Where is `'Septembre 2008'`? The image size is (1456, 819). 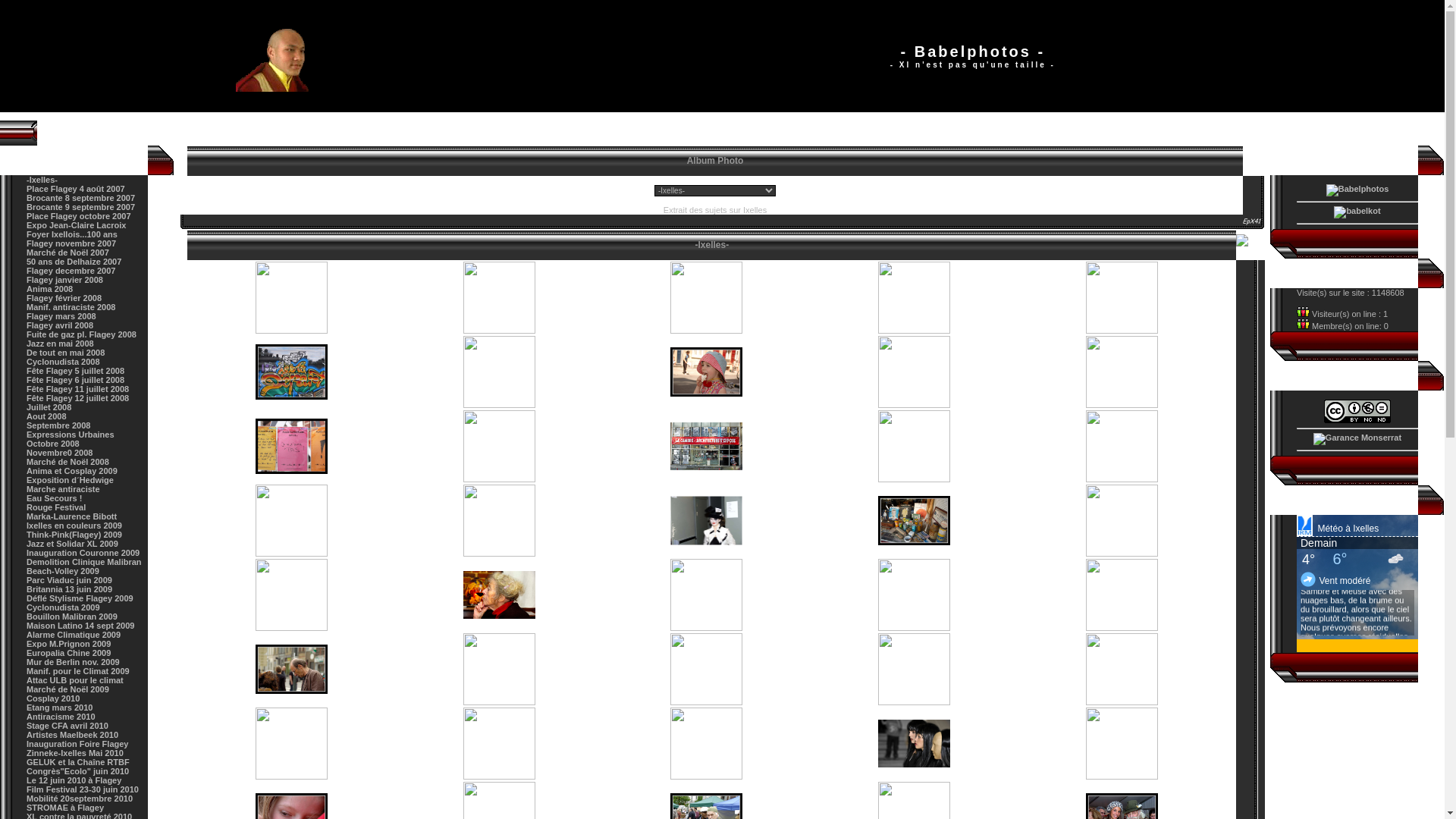
'Septembre 2008' is located at coordinates (58, 425).